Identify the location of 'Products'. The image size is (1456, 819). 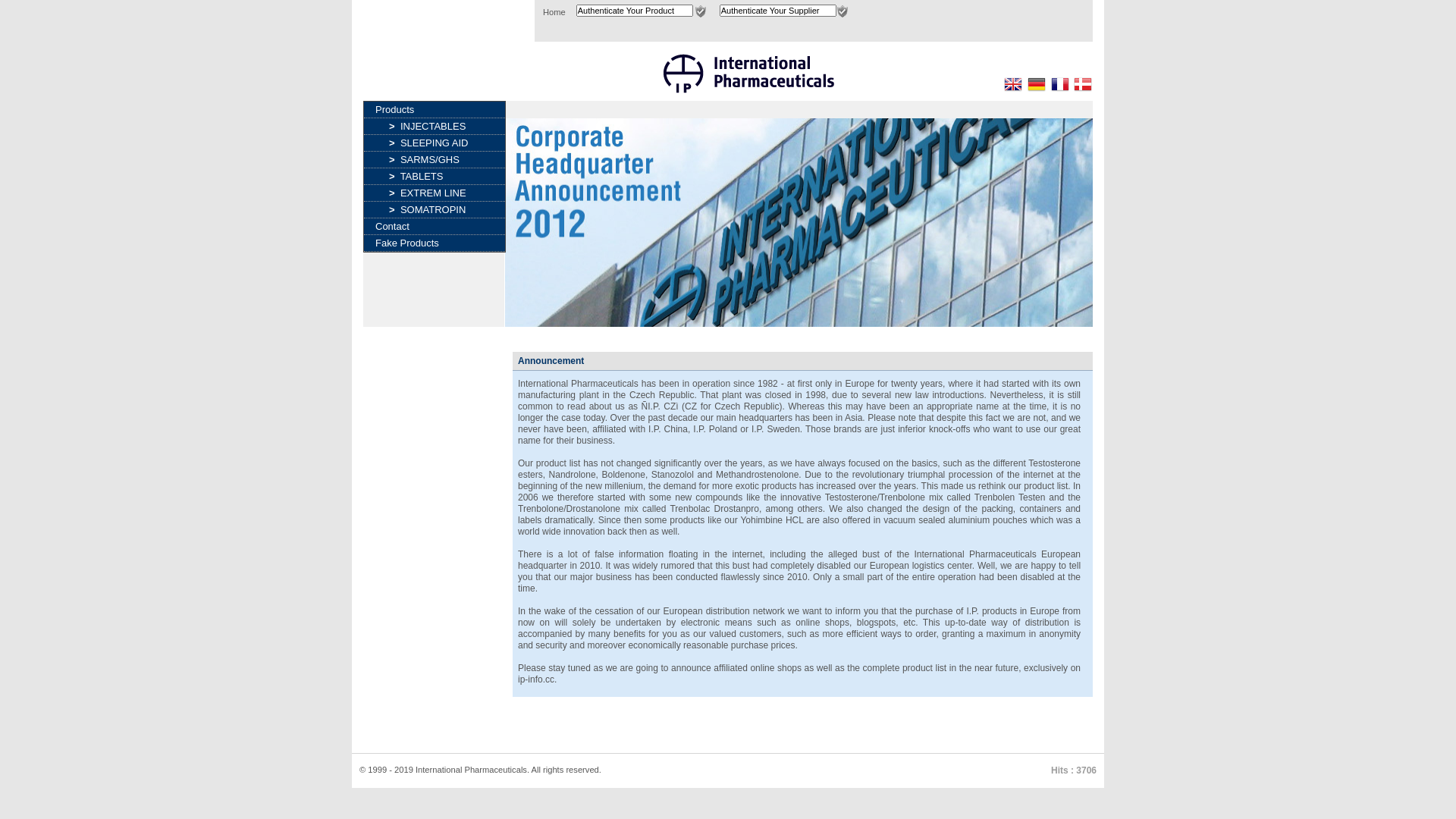
(364, 108).